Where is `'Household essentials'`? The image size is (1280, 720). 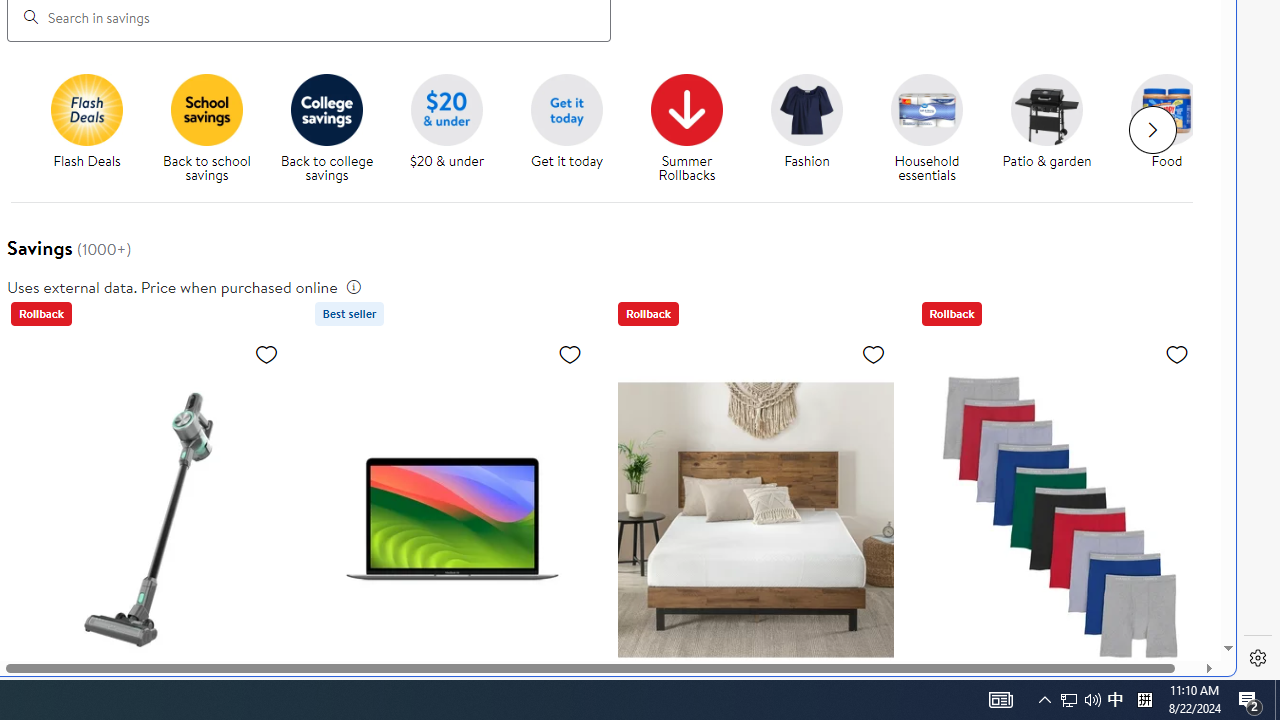
'Household essentials' is located at coordinates (934, 129).